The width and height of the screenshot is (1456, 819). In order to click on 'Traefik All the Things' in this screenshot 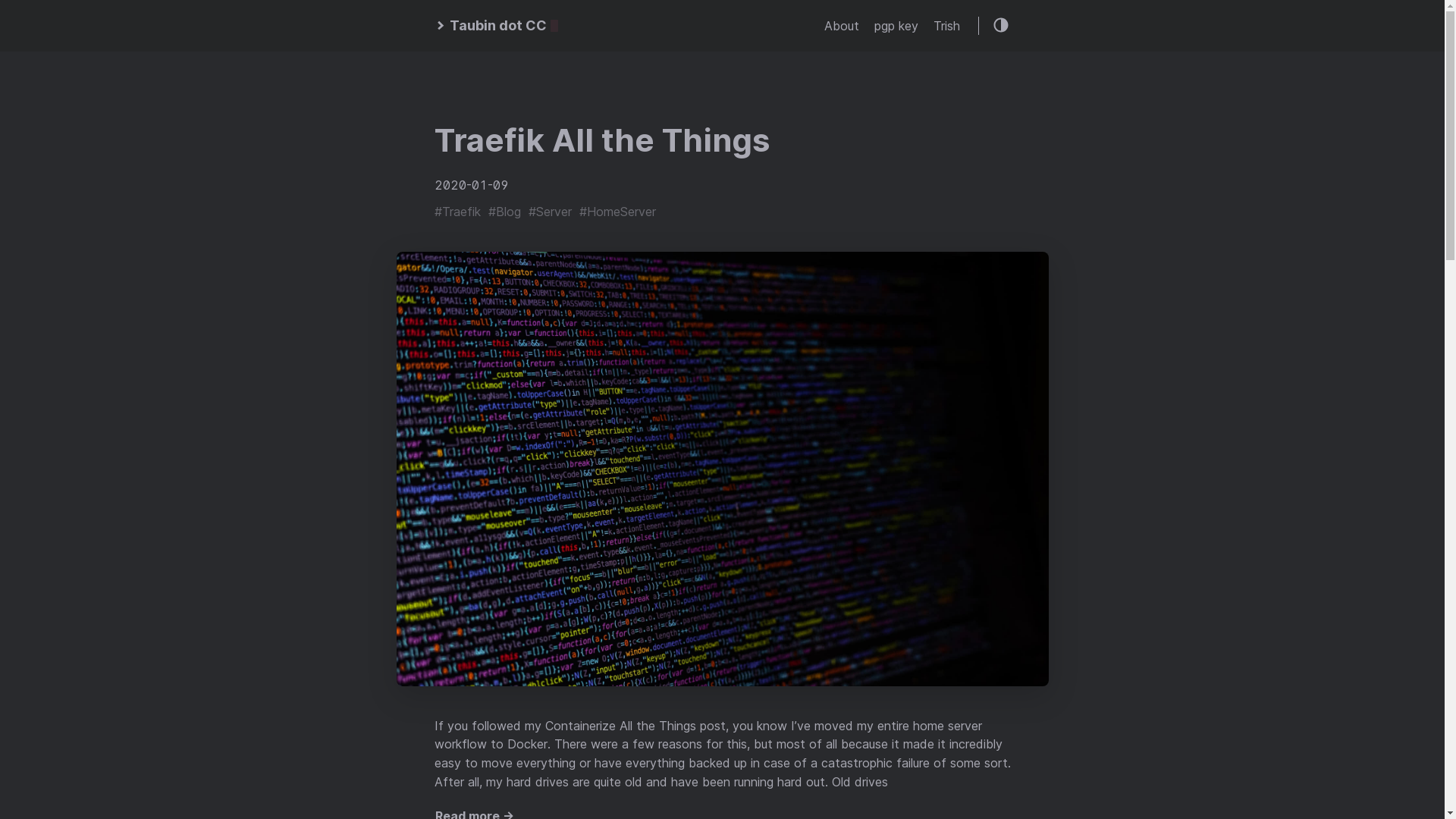, I will do `click(600, 140)`.